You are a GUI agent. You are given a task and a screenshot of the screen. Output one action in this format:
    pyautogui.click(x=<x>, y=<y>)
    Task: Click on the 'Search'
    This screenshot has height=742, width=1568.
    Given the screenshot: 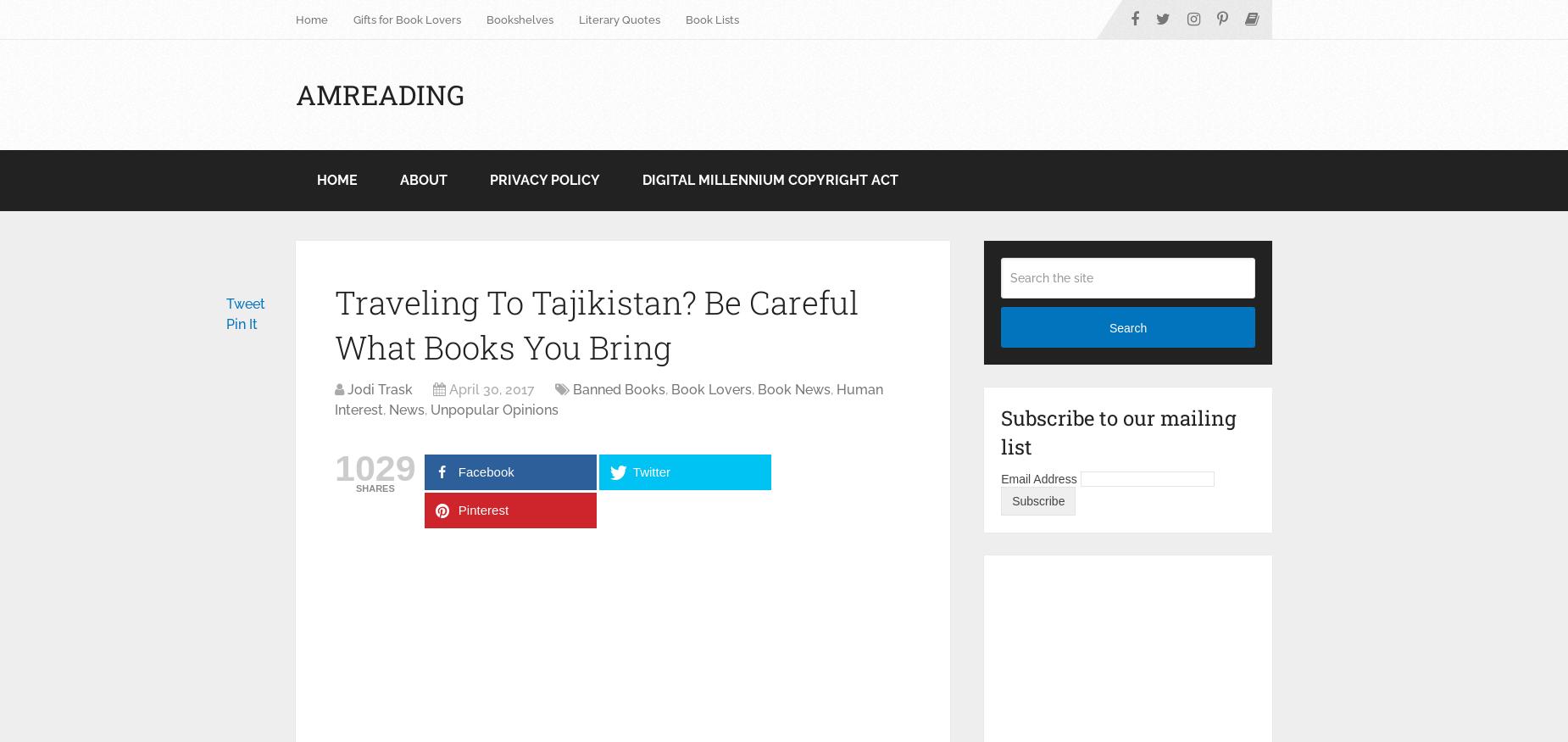 What is the action you would take?
    pyautogui.click(x=1126, y=326)
    